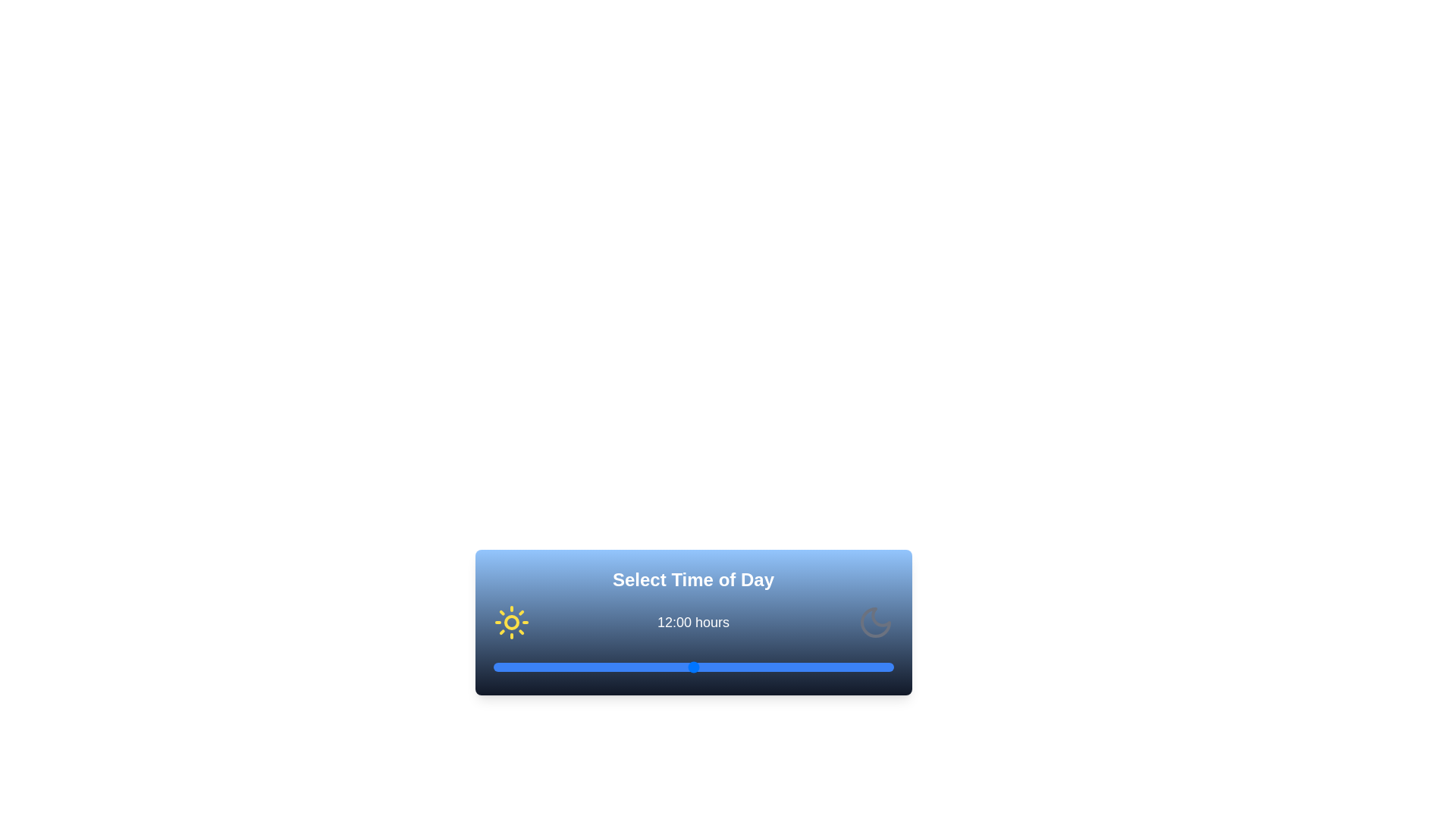 The height and width of the screenshot is (819, 1456). Describe the element at coordinates (511, 623) in the screenshot. I see `the sun icon to interact with it` at that location.